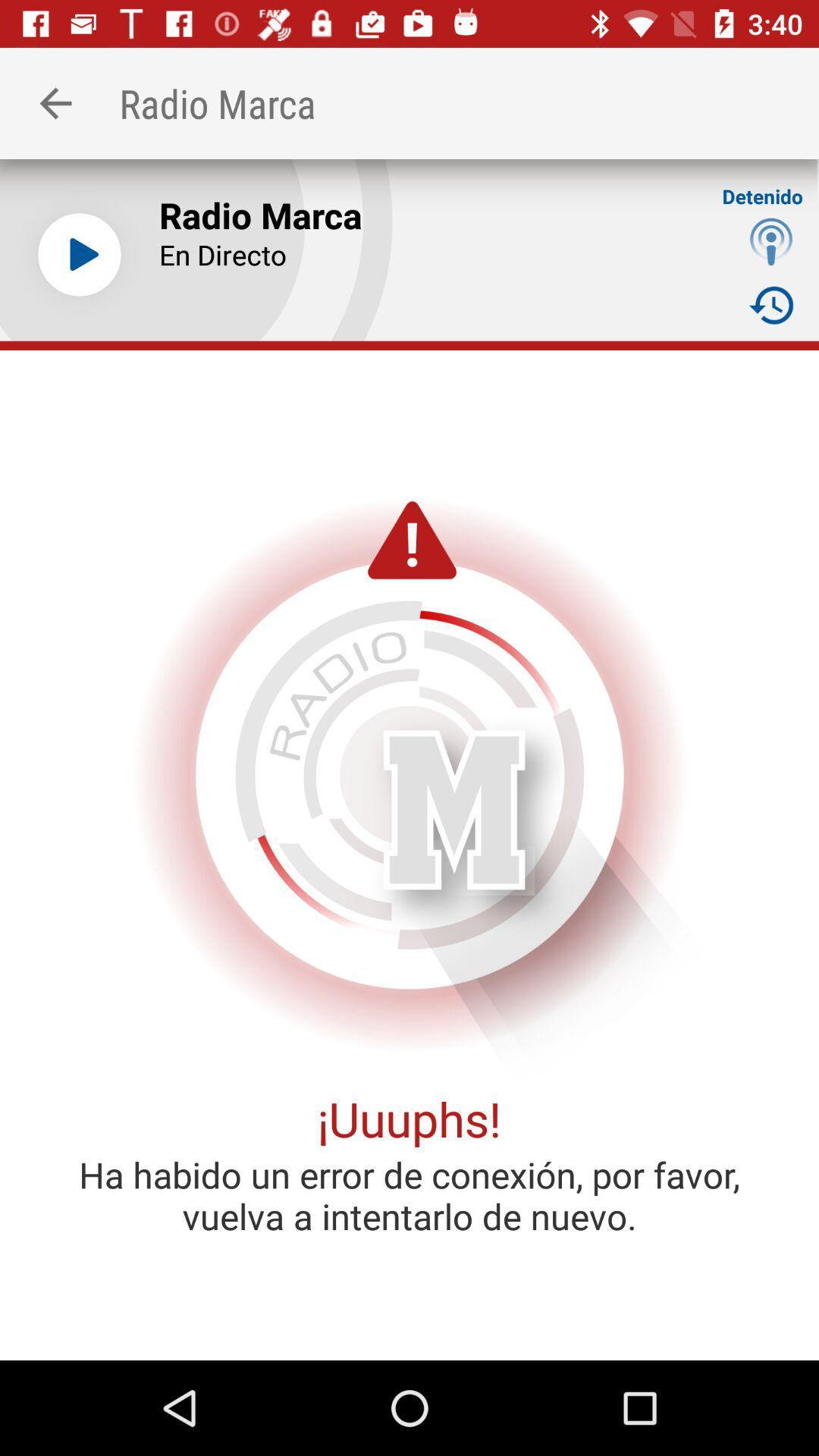 This screenshot has width=819, height=1456. What do you see at coordinates (79, 255) in the screenshot?
I see `on button` at bounding box center [79, 255].